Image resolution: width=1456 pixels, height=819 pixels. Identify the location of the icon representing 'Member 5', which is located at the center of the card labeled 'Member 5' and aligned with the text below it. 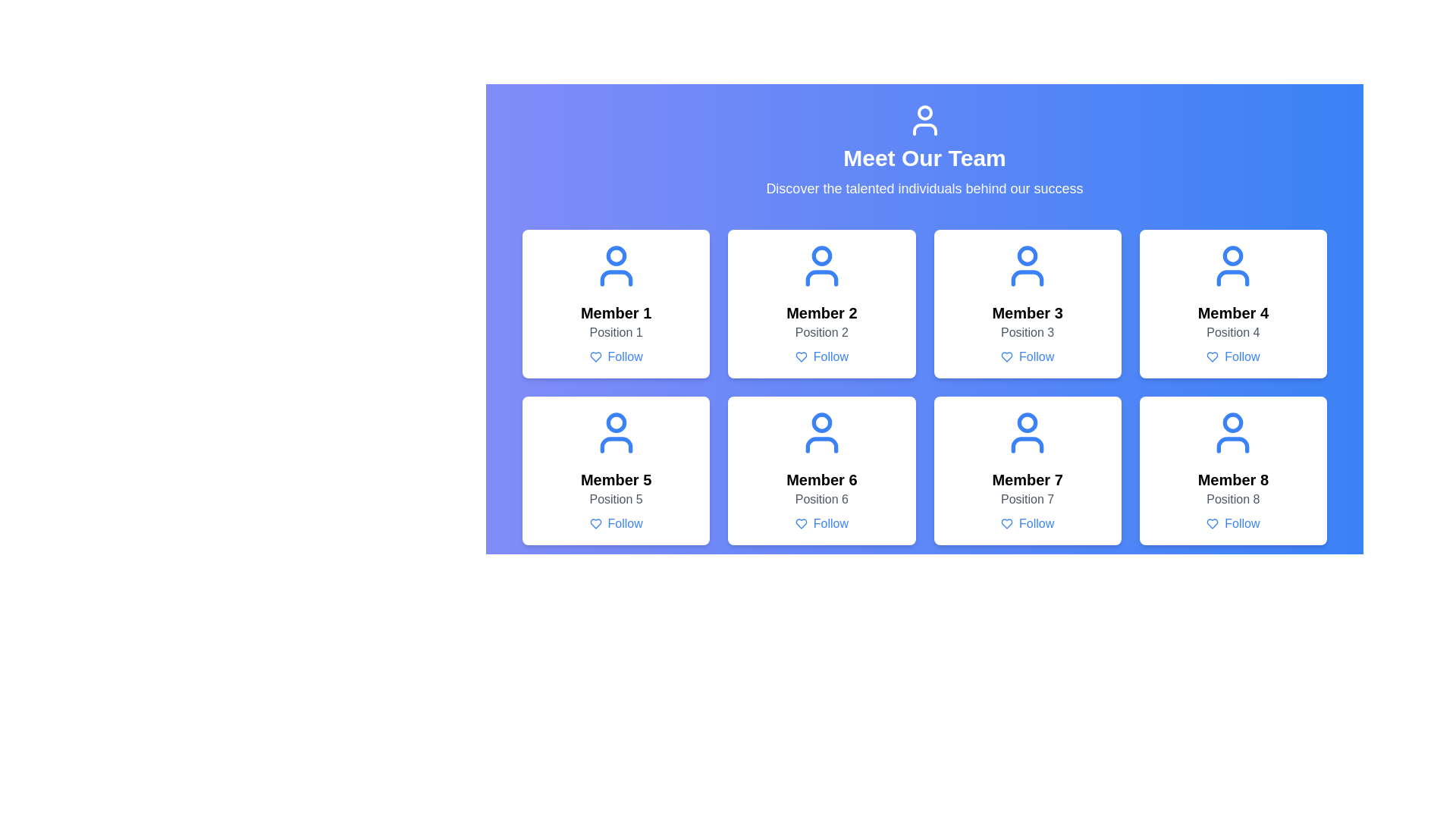
(616, 432).